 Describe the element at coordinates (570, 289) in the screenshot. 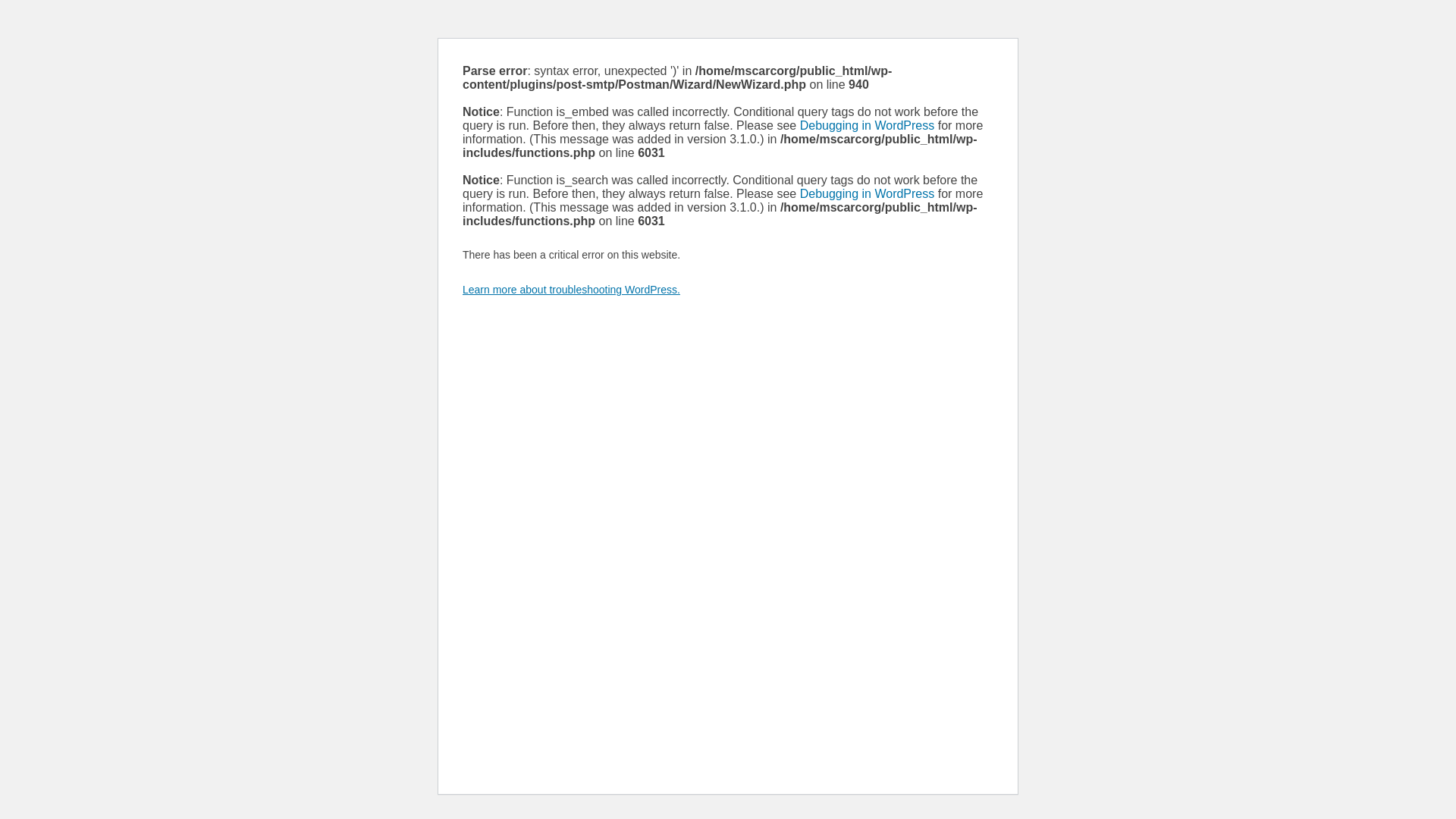

I see `'Learn more about troubleshooting WordPress.'` at that location.